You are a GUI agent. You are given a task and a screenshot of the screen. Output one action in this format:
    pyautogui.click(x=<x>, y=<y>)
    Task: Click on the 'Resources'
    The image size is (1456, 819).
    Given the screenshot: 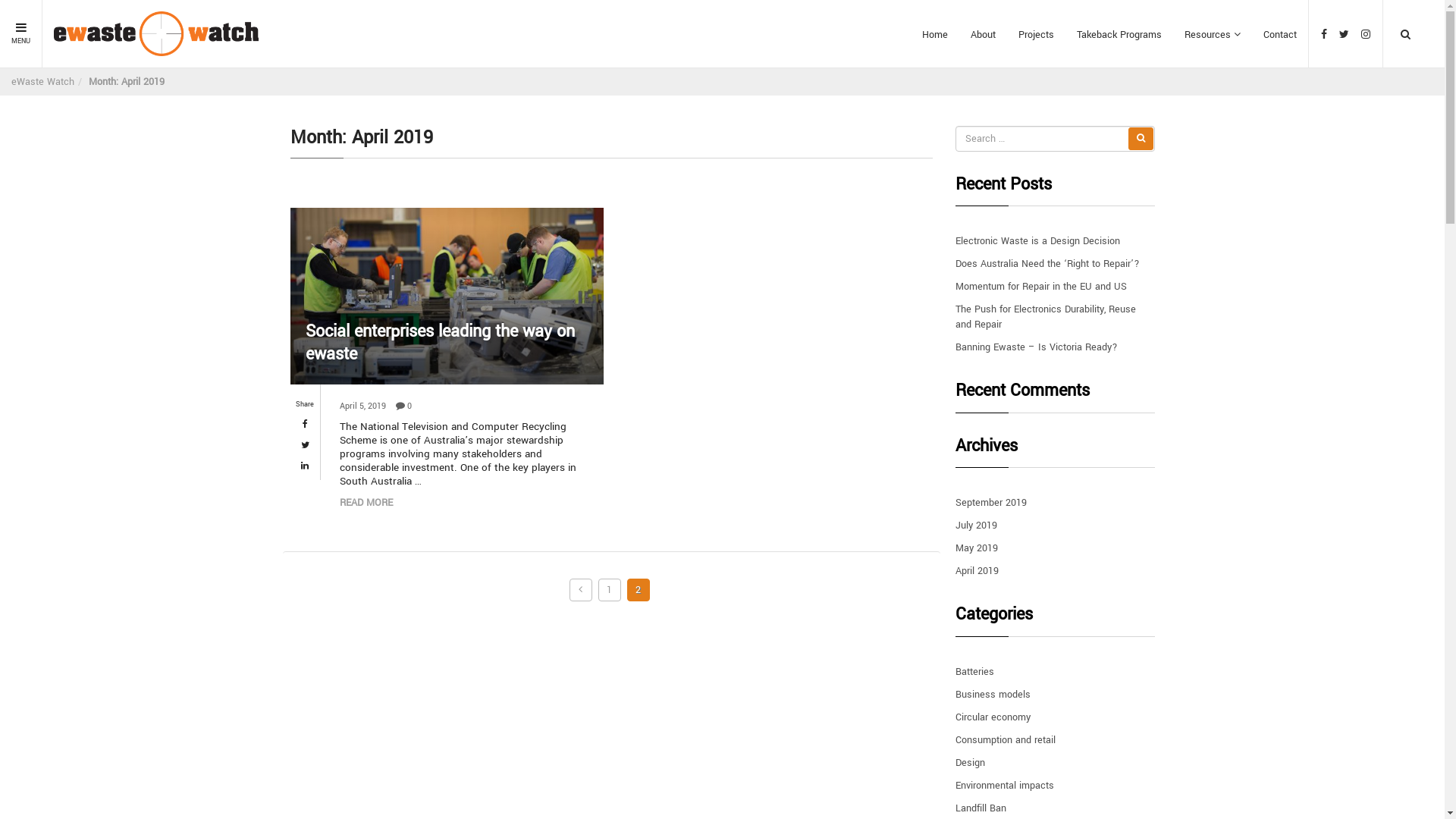 What is the action you would take?
    pyautogui.click(x=1172, y=34)
    